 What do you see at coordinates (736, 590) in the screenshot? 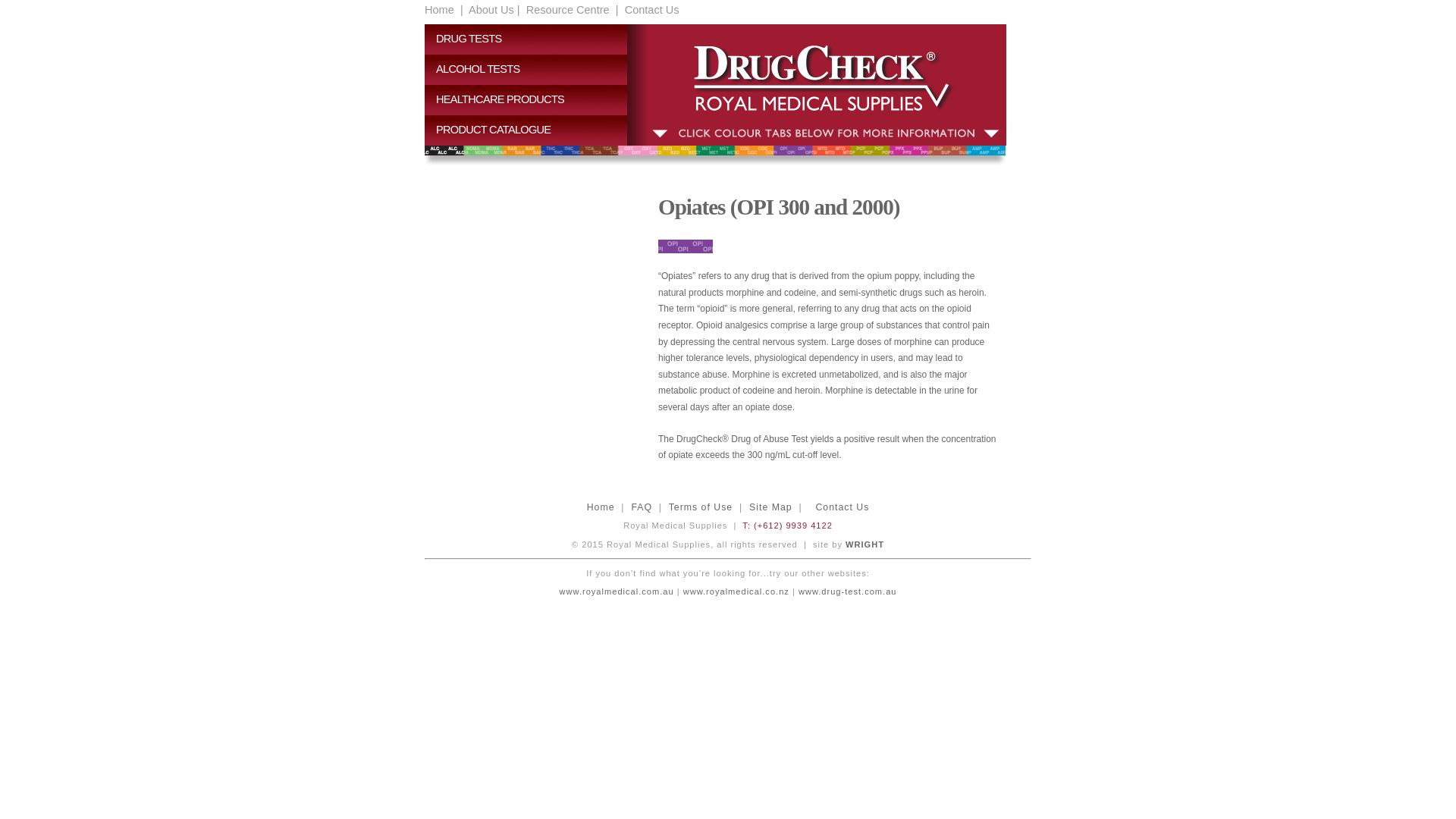
I see `'www.royalmedical.co.nz'` at bounding box center [736, 590].